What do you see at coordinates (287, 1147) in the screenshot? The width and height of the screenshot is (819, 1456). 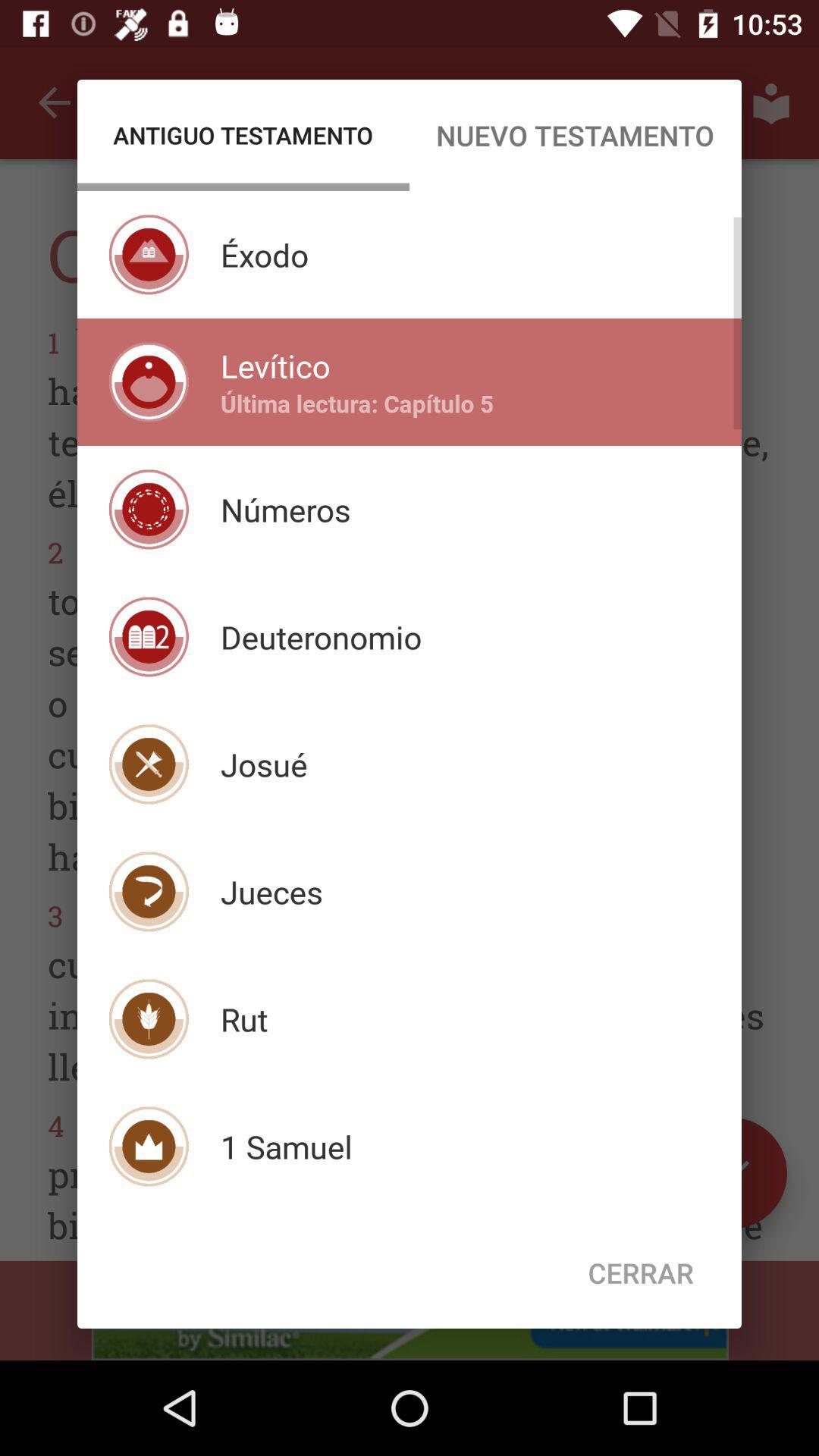 I see `the 1 samuel icon` at bounding box center [287, 1147].